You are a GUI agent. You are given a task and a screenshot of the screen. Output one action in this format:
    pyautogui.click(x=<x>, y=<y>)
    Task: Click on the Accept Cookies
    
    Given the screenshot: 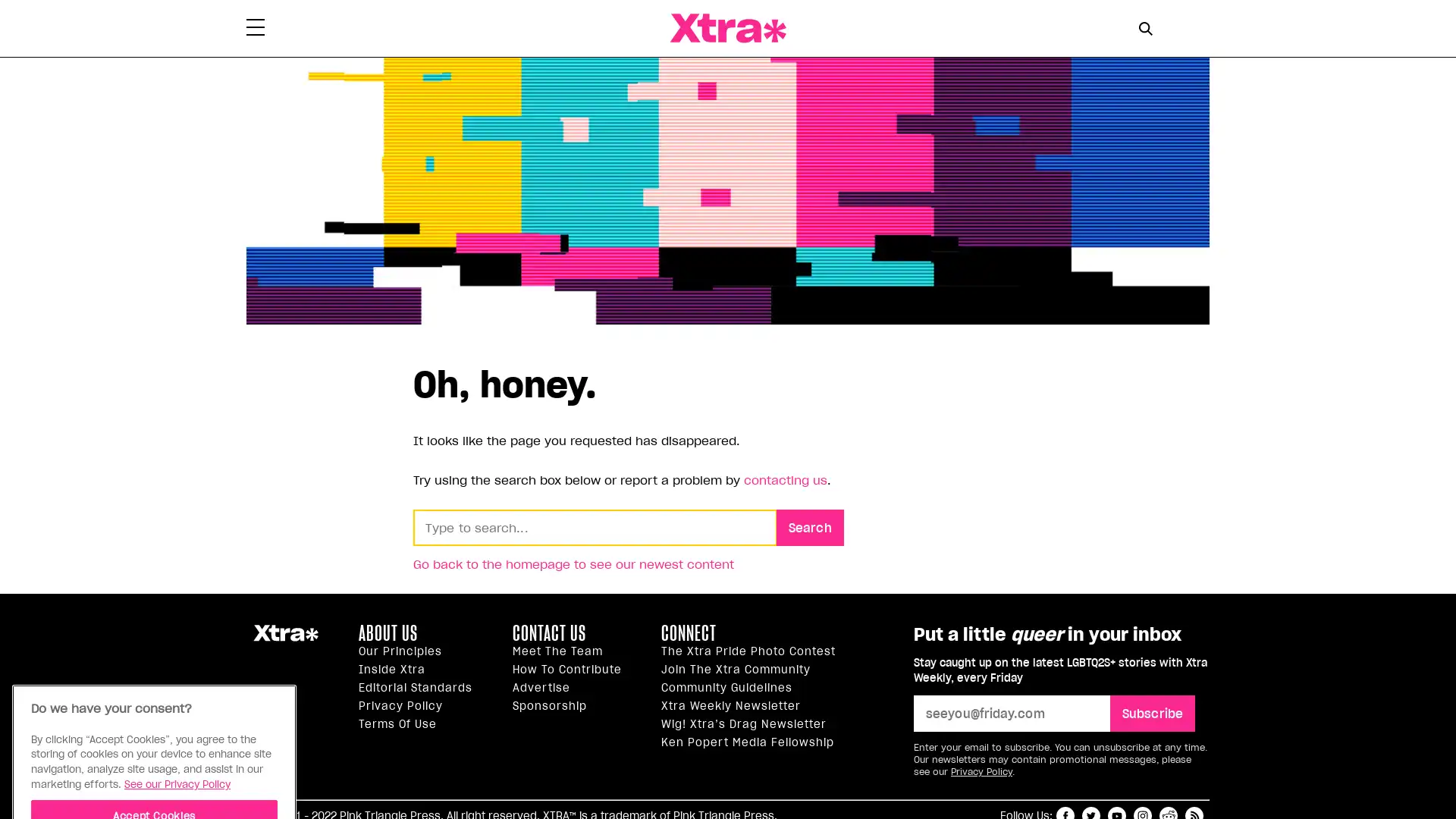 What is the action you would take?
    pyautogui.click(x=154, y=719)
    